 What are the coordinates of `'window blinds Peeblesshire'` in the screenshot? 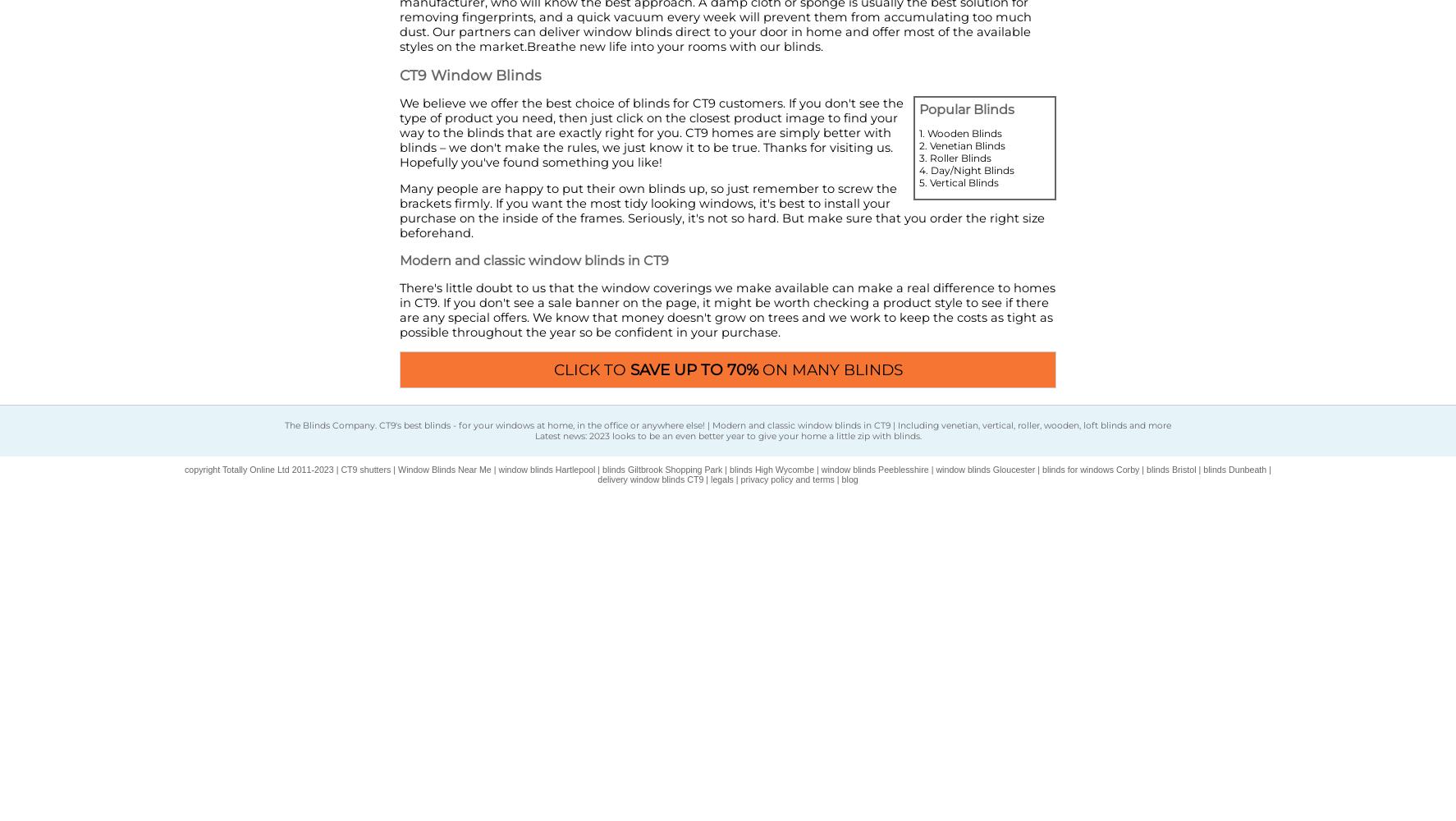 It's located at (873, 468).